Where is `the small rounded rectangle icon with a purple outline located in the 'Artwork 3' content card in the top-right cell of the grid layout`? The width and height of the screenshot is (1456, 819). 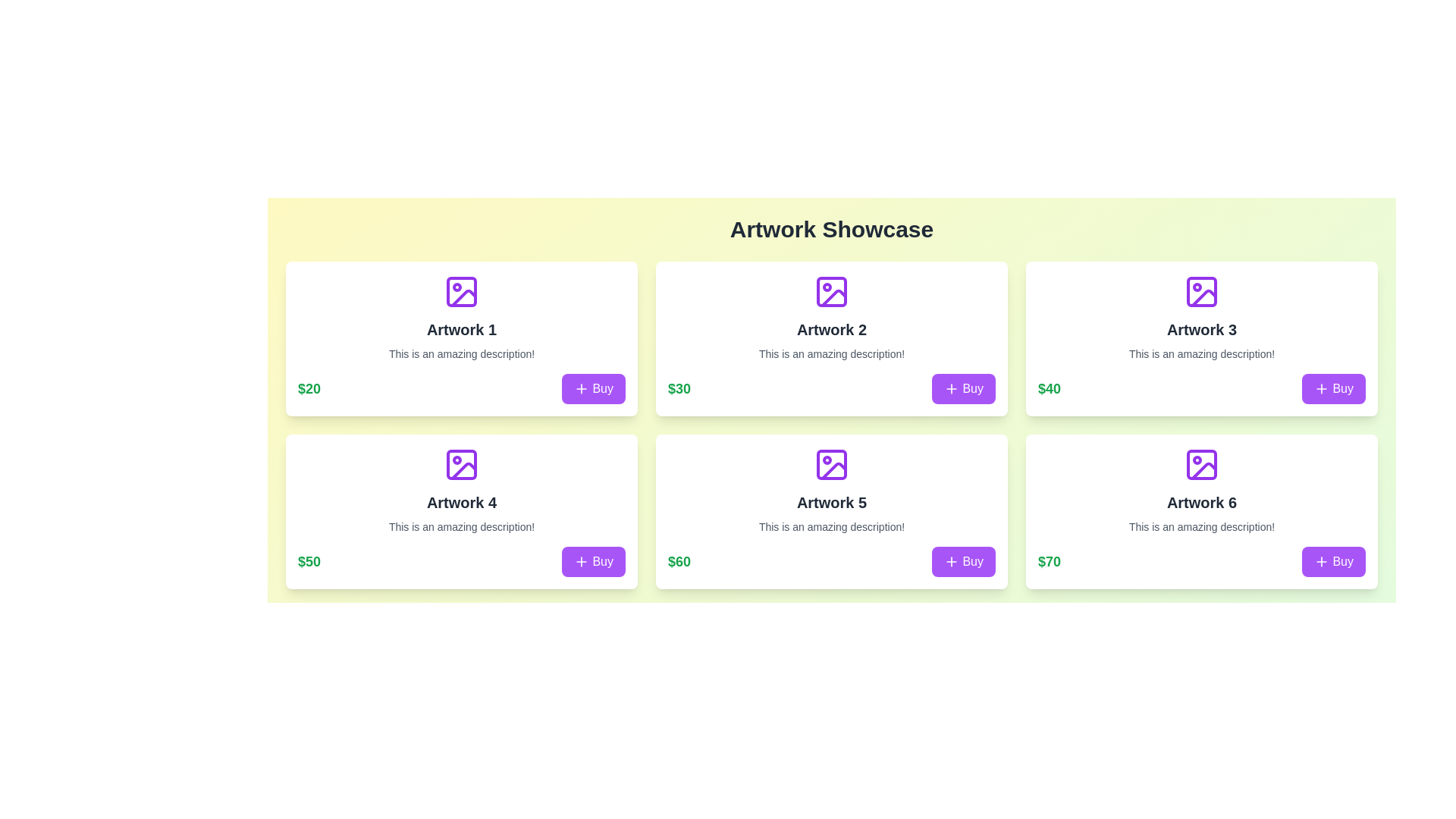
the small rounded rectangle icon with a purple outline located in the 'Artwork 3' content card in the top-right cell of the grid layout is located at coordinates (1200, 292).